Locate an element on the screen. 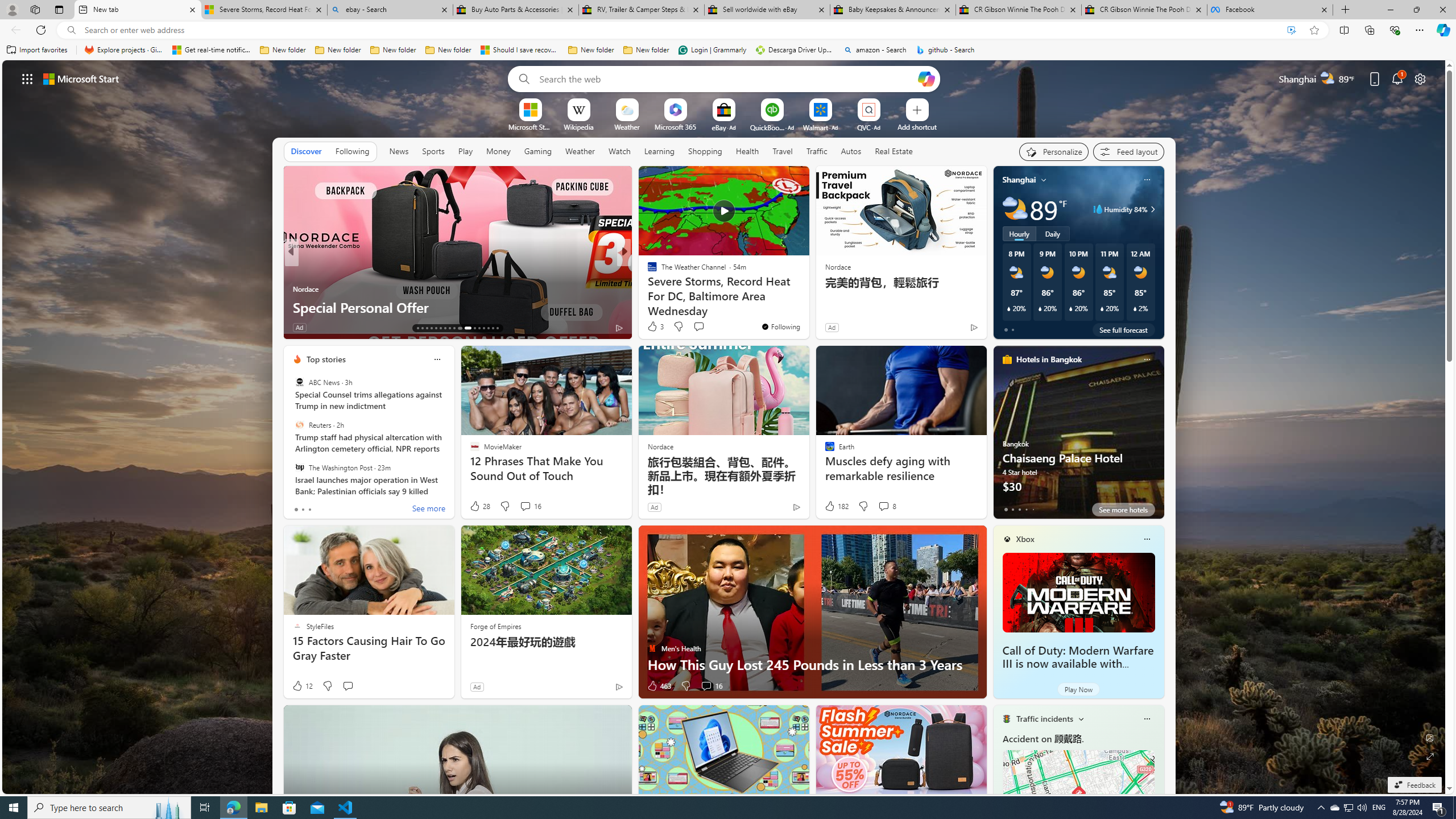 The height and width of the screenshot is (819, 1456). 'Start the conversation' is located at coordinates (348, 686).